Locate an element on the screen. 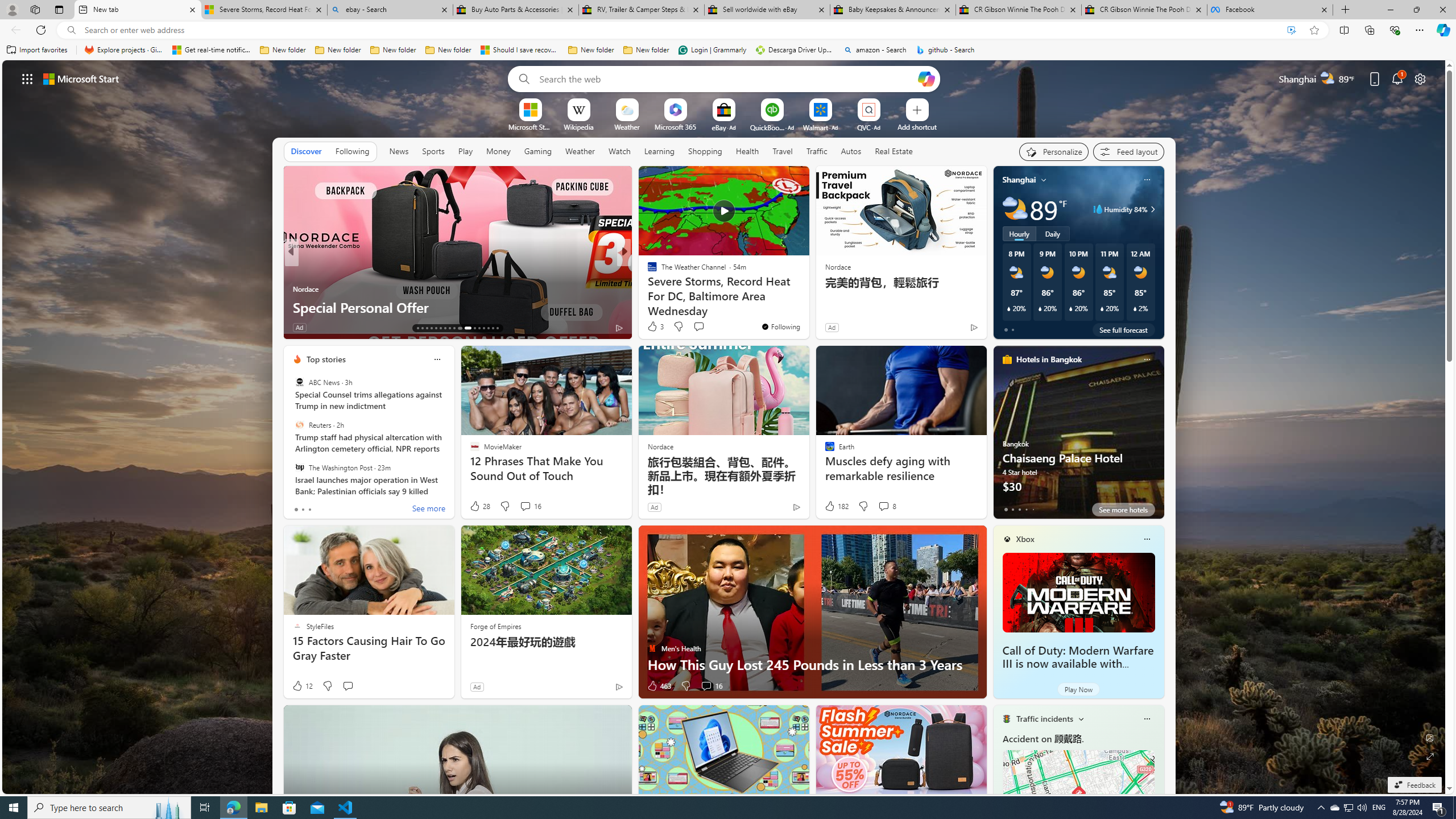 The height and width of the screenshot is (819, 1456). 'Start the conversation' is located at coordinates (348, 686).